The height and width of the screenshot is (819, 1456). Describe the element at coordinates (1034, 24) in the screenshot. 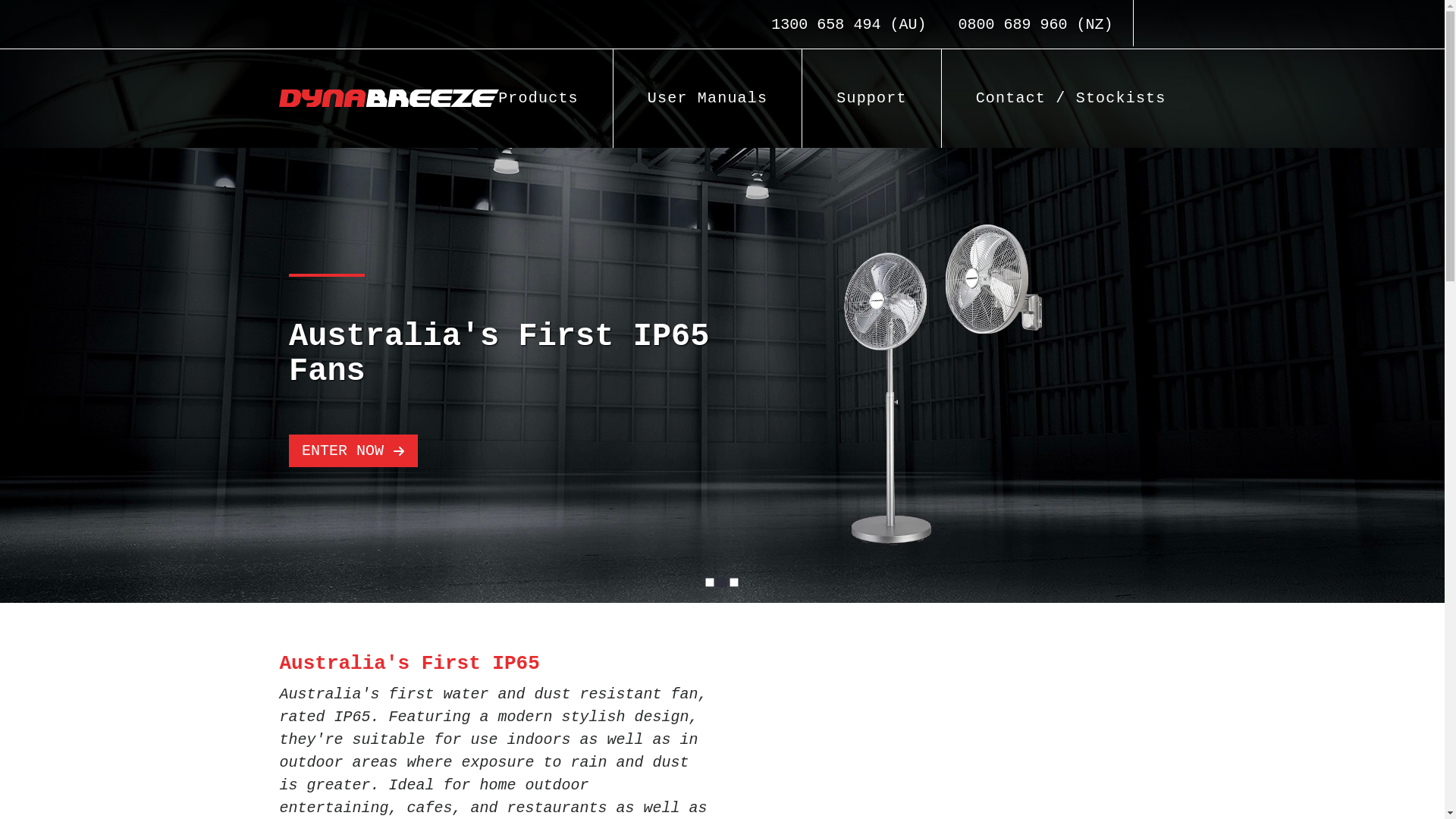

I see `'0800 689 960 (NZ)'` at that location.